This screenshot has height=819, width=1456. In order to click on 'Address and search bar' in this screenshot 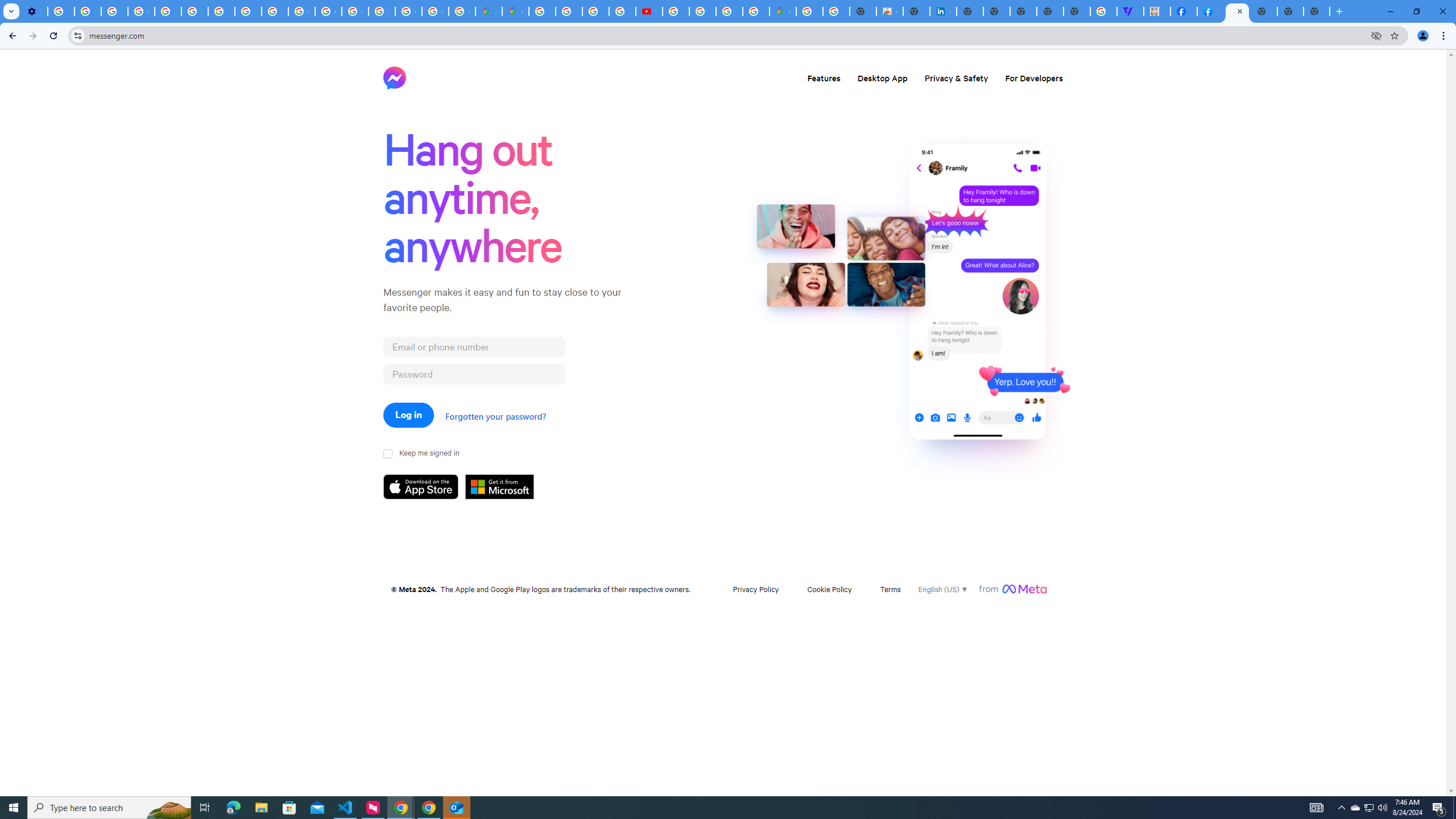, I will do `click(726, 35)`.